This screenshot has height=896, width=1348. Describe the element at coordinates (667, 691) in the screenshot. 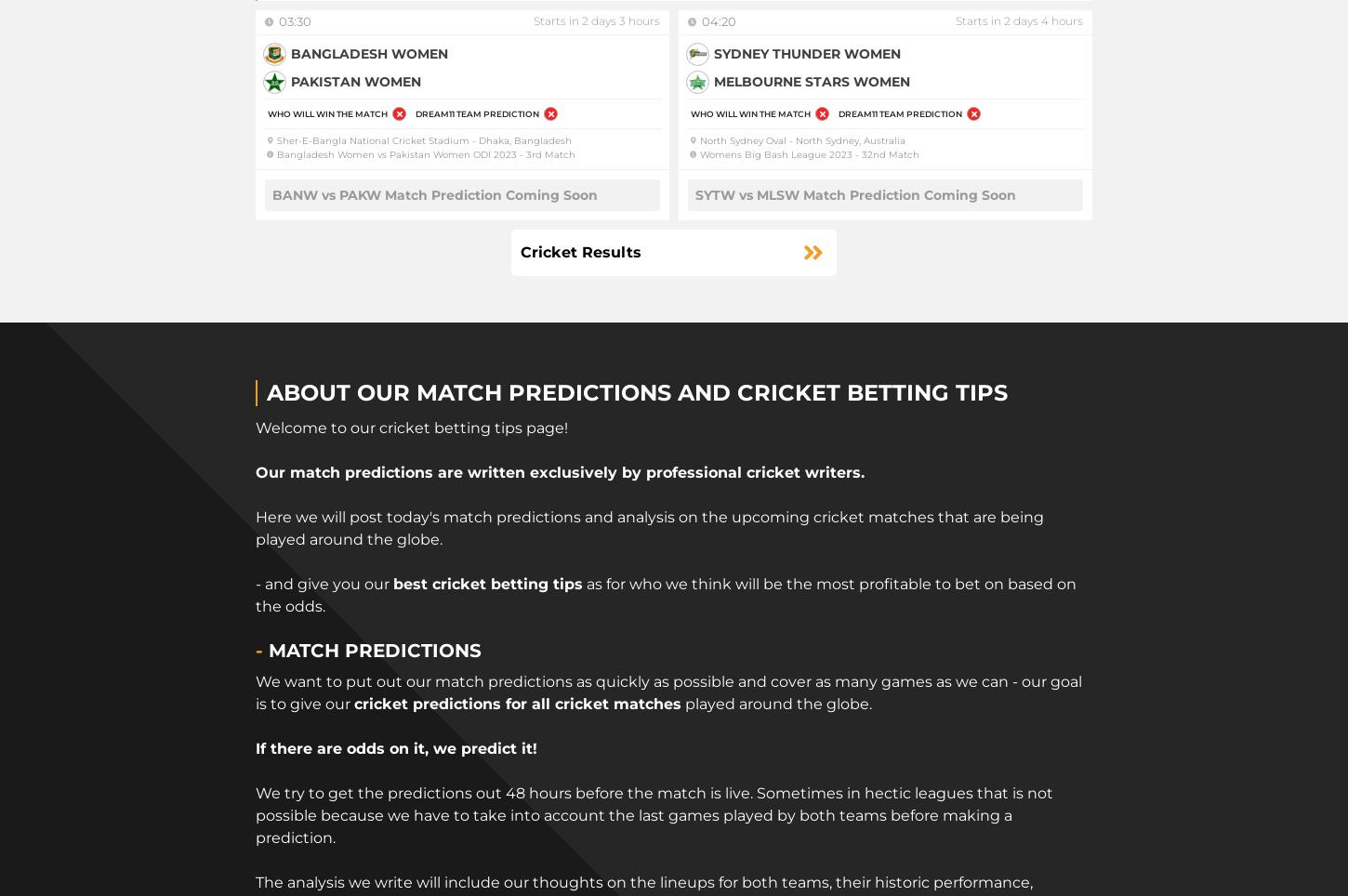

I see `'We want to put out our match predictions as quickly as possible and cover as many games as we can - our goal is to give our'` at that location.